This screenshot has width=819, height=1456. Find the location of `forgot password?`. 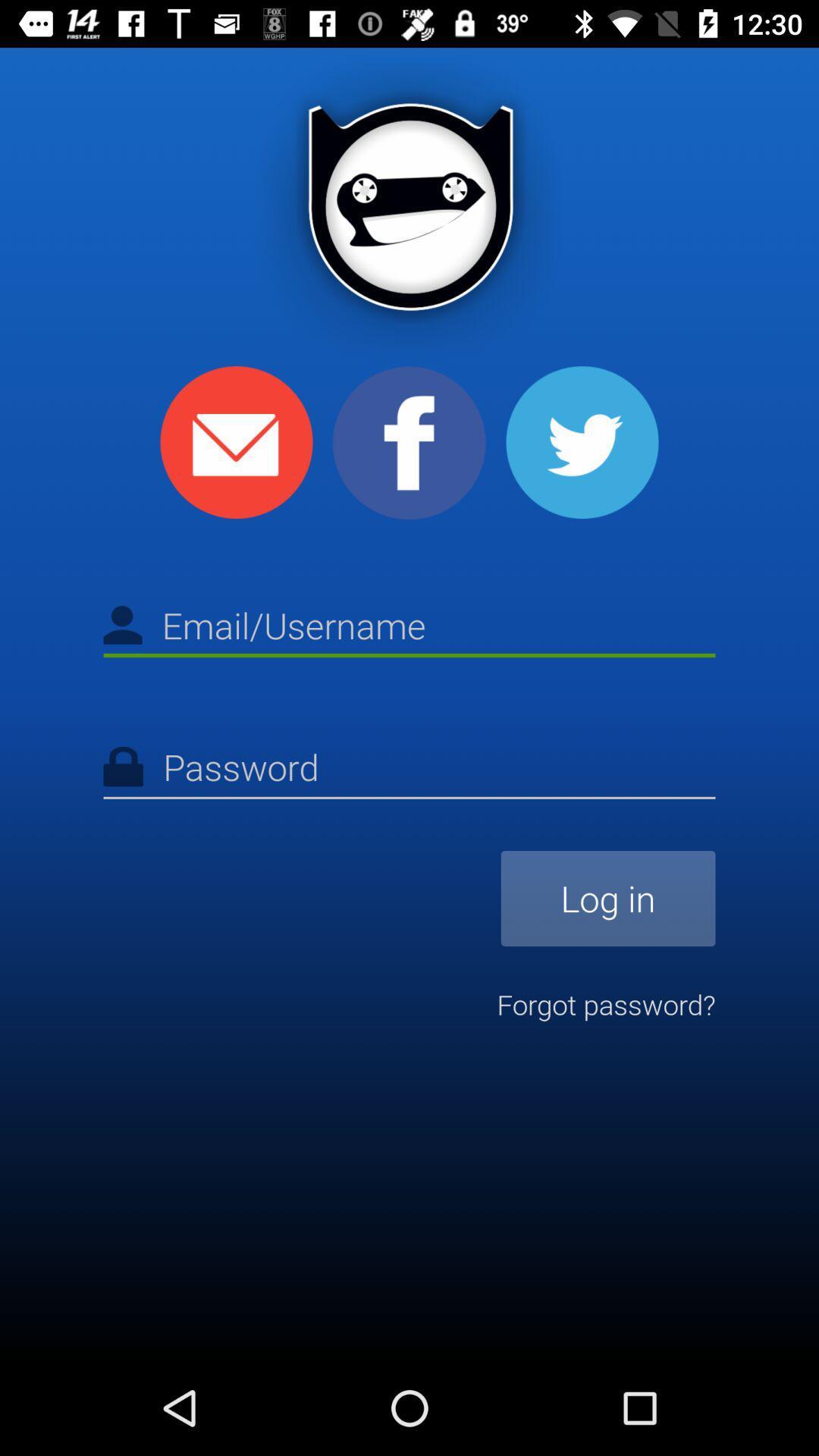

forgot password? is located at coordinates (605, 1004).